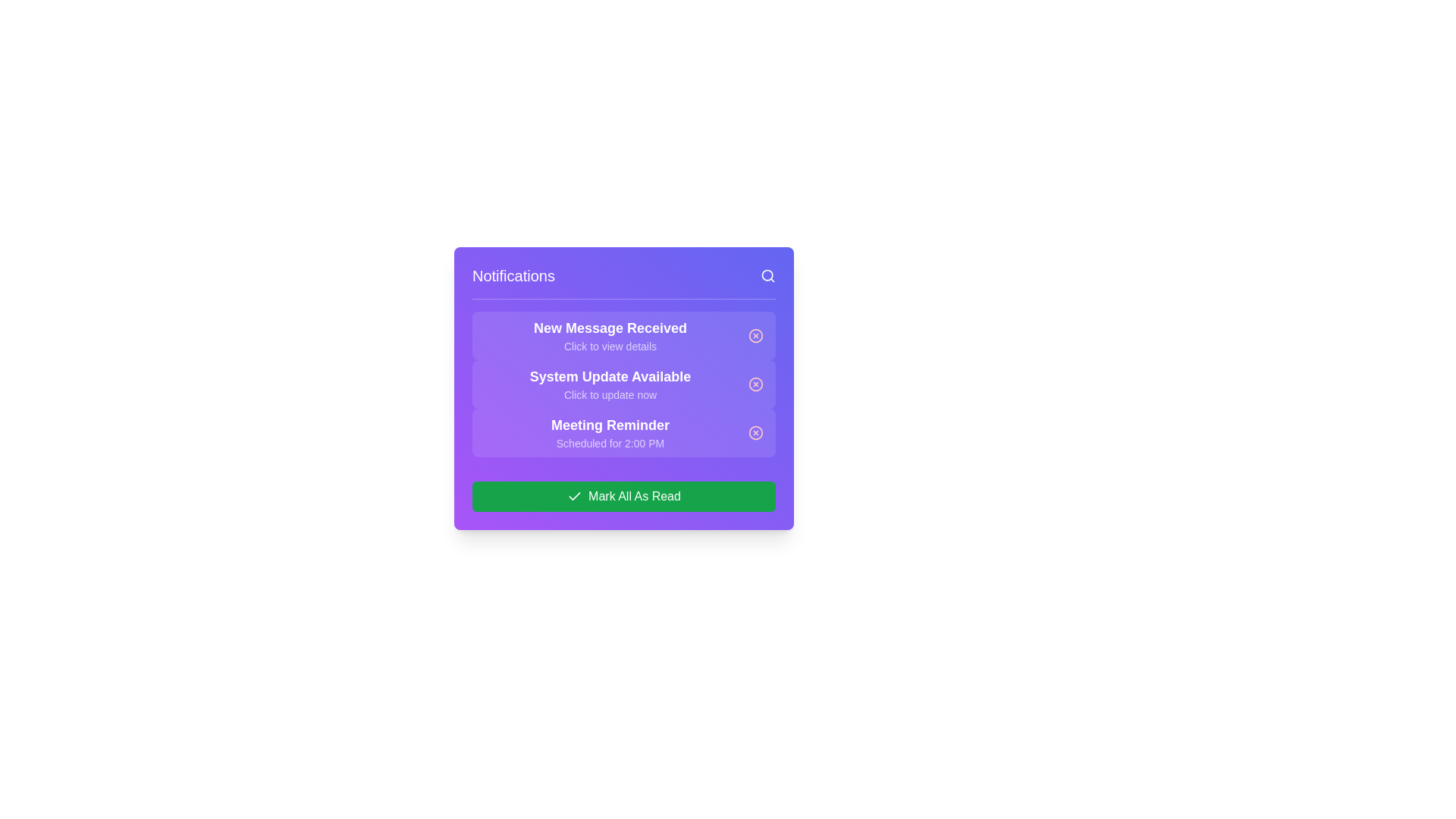 The width and height of the screenshot is (1456, 819). What do you see at coordinates (767, 275) in the screenshot?
I see `the magnifying glass icon in the top-right corner of the 'Notifications' section` at bounding box center [767, 275].